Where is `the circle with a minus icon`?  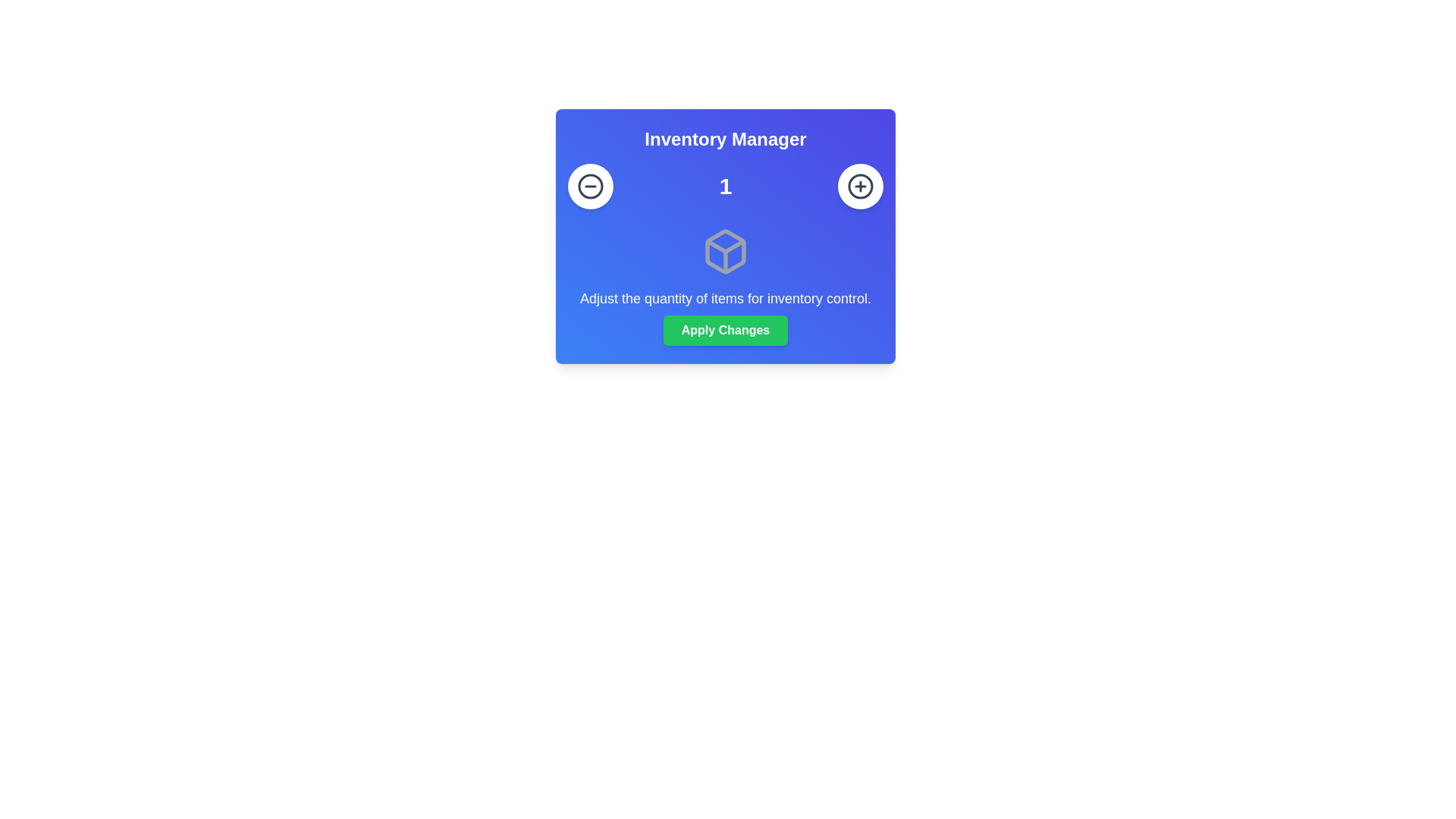 the circle with a minus icon is located at coordinates (589, 186).